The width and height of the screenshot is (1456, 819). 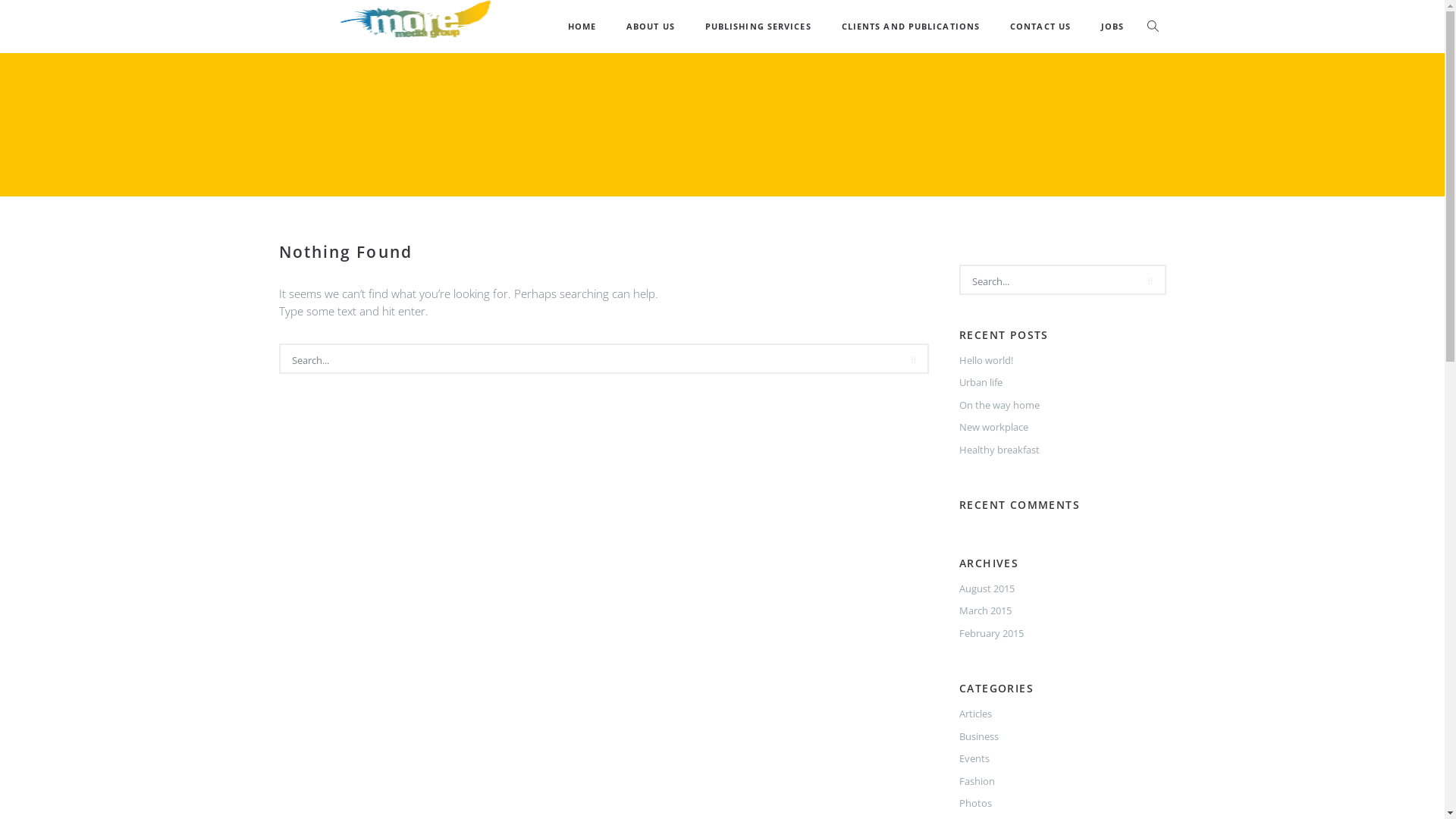 What do you see at coordinates (975, 714) in the screenshot?
I see `'Articles'` at bounding box center [975, 714].